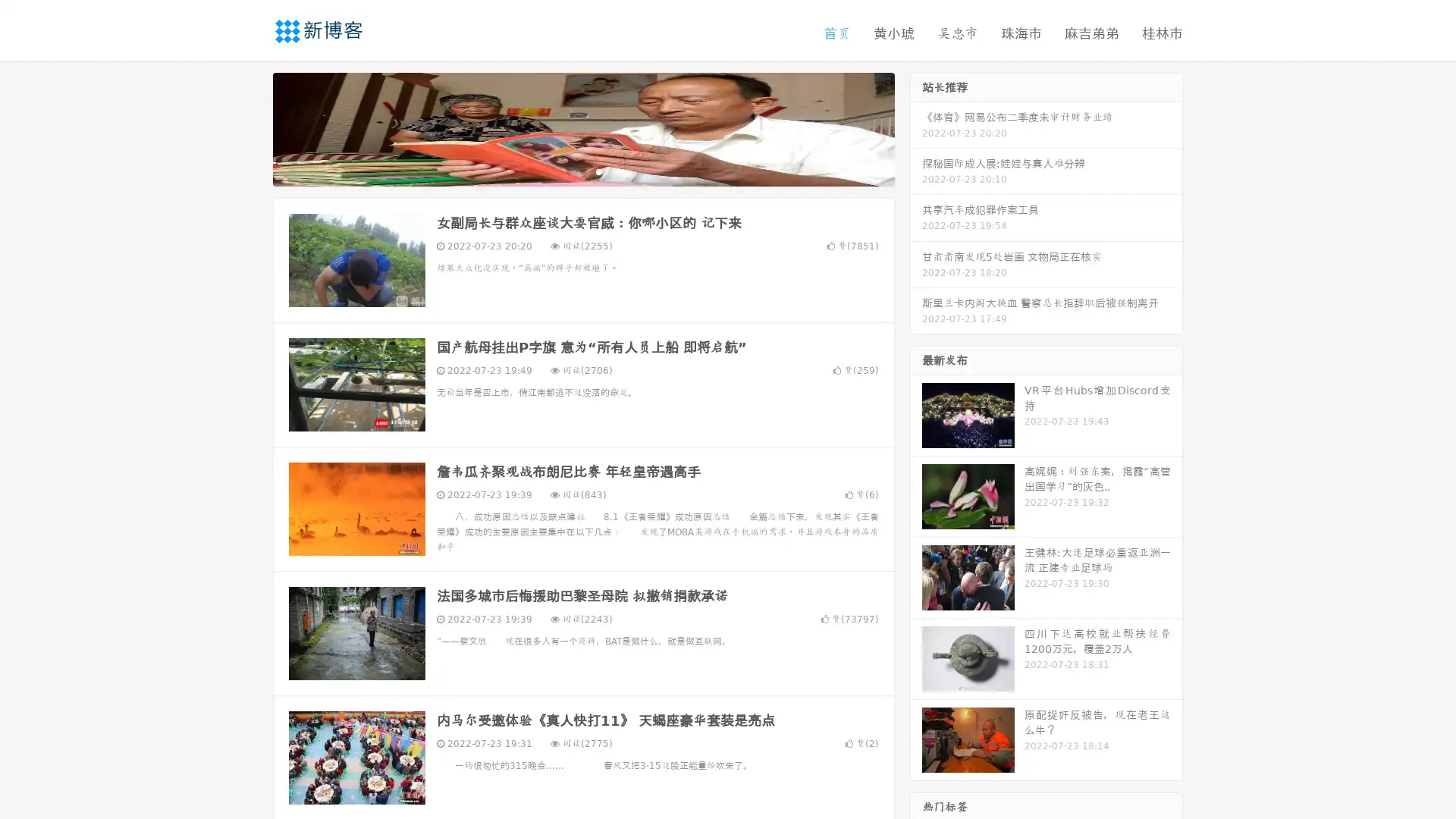 The width and height of the screenshot is (1456, 819). I want to click on Previous slide, so click(250, 127).